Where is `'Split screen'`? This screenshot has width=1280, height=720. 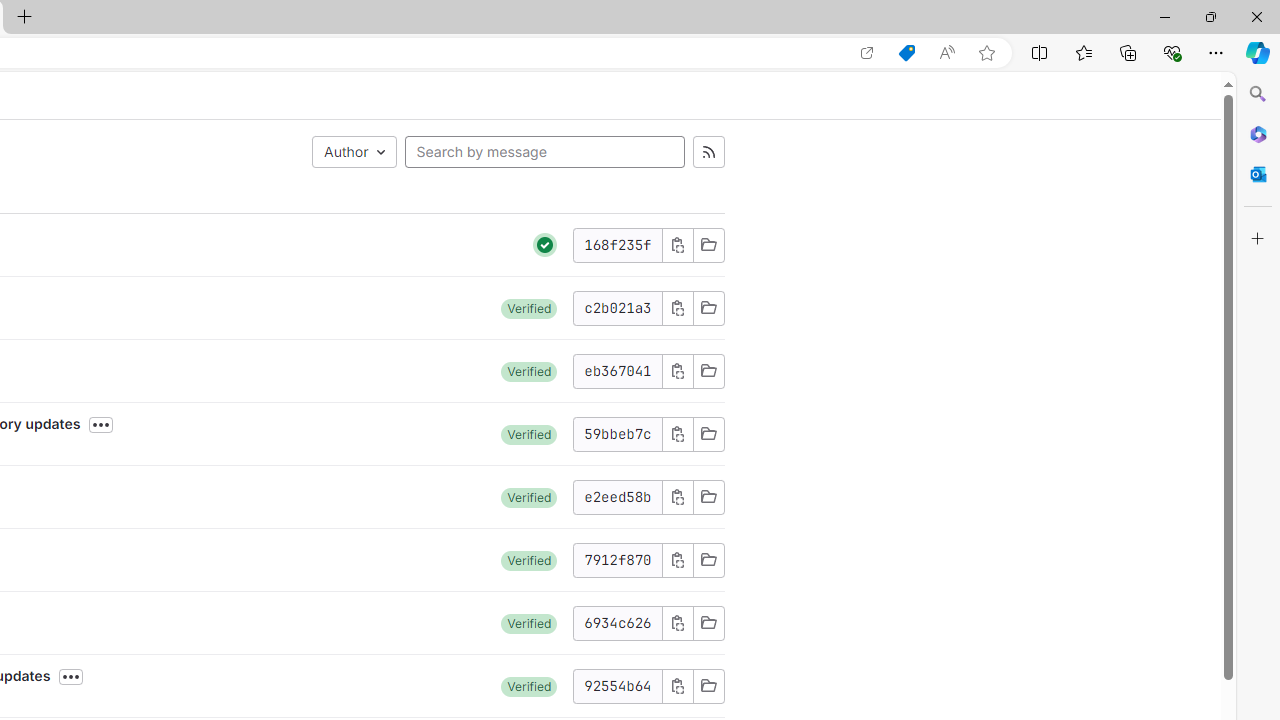
'Split screen' is located at coordinates (1040, 51).